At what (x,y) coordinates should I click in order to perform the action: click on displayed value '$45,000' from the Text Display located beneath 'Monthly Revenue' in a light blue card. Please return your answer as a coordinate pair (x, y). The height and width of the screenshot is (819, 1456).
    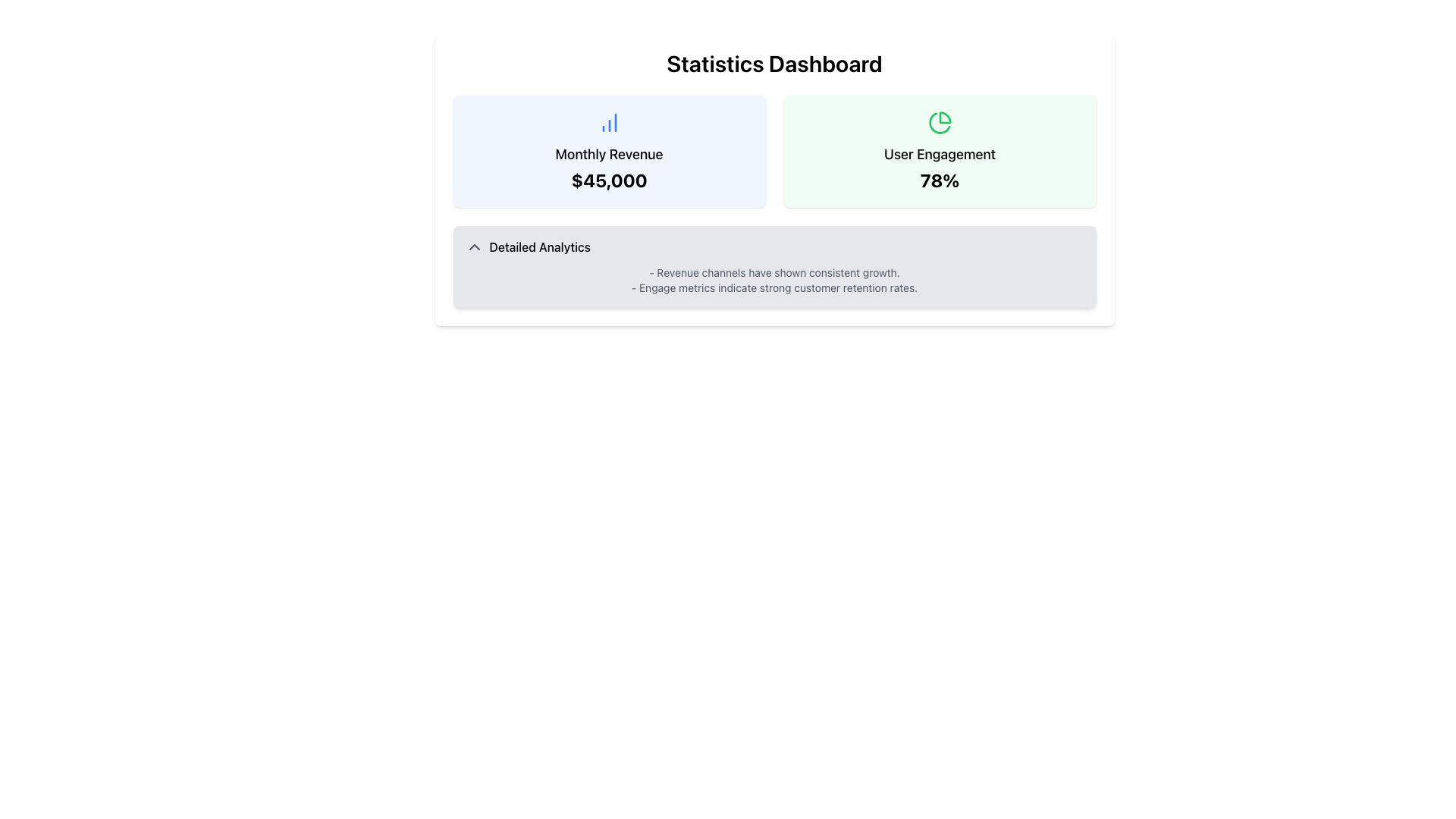
    Looking at the image, I should click on (609, 180).